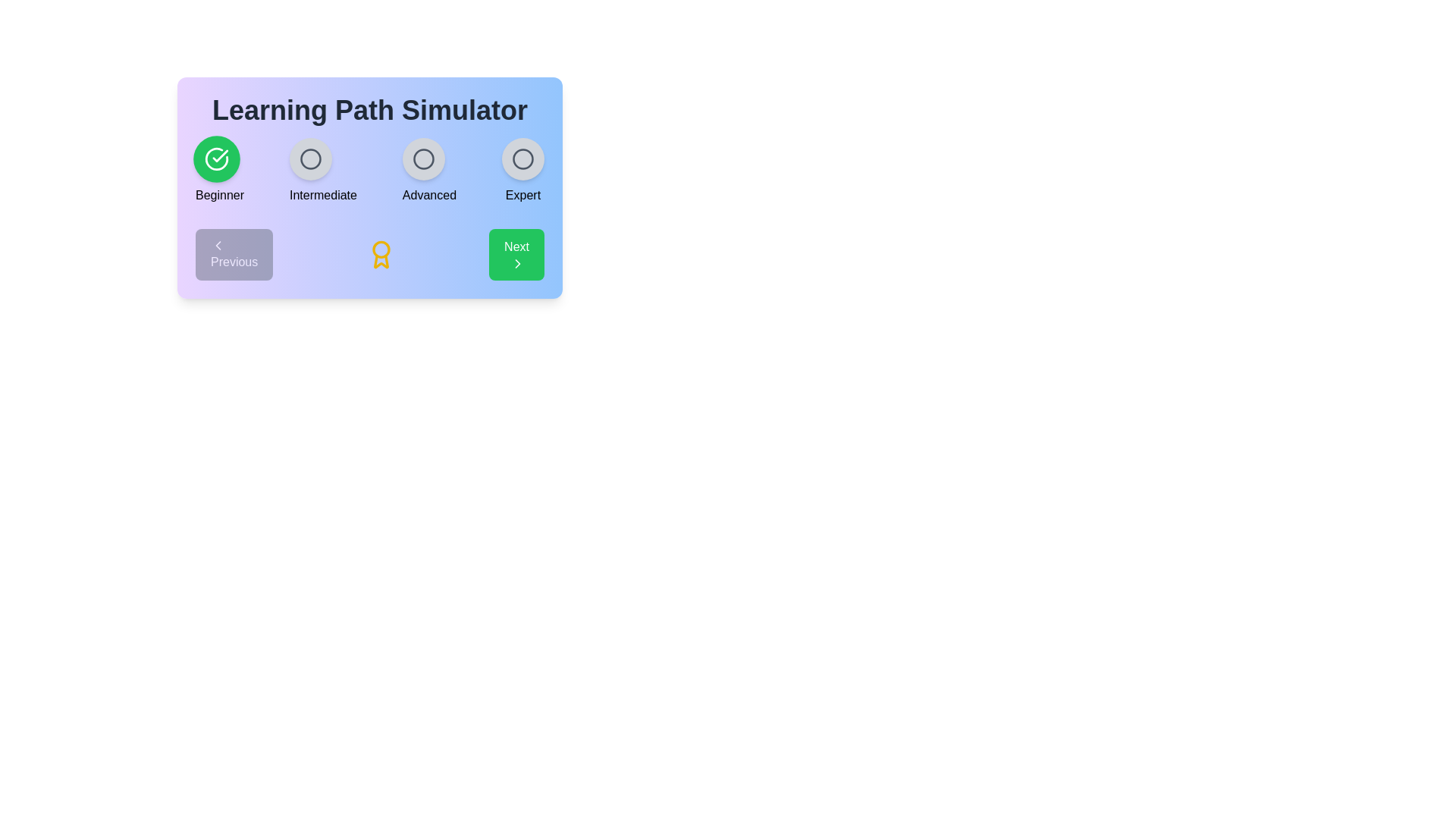 The width and height of the screenshot is (1456, 819). What do you see at coordinates (219, 171) in the screenshot?
I see `the 'Beginner' circular status icon` at bounding box center [219, 171].